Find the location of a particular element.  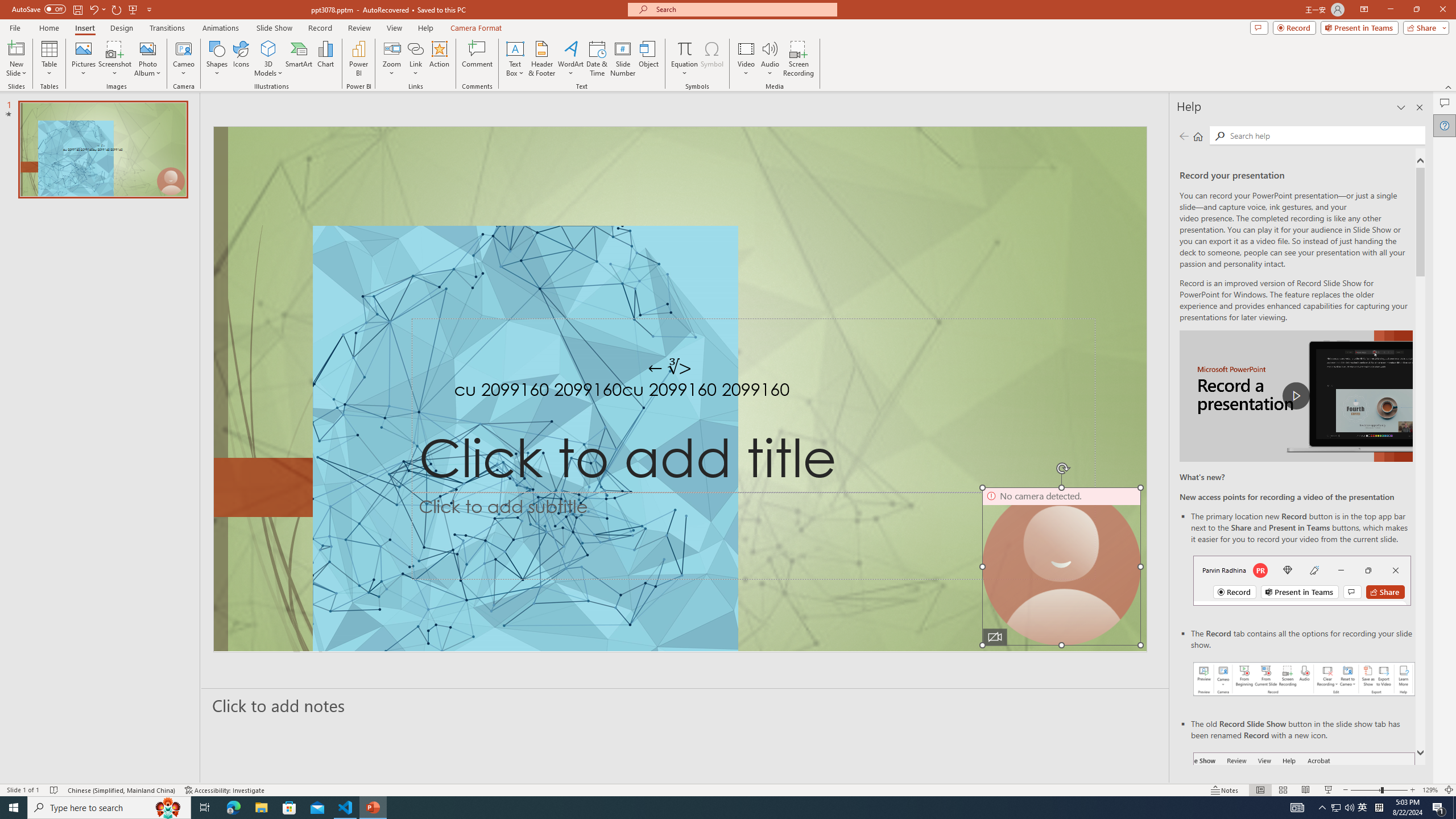

'SmartArt...' is located at coordinates (299, 59).